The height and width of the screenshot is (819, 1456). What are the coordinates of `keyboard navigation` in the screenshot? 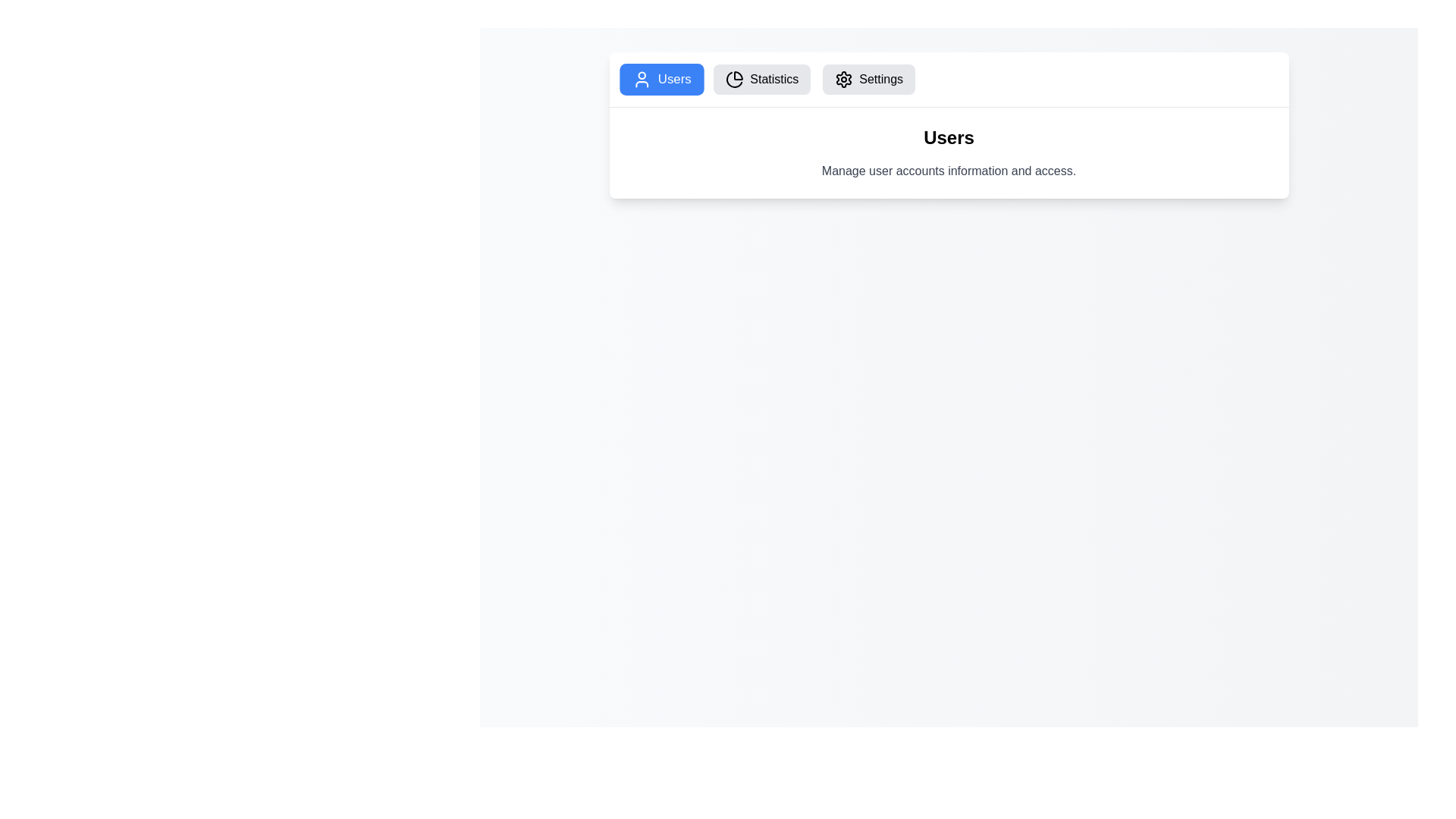 It's located at (843, 79).